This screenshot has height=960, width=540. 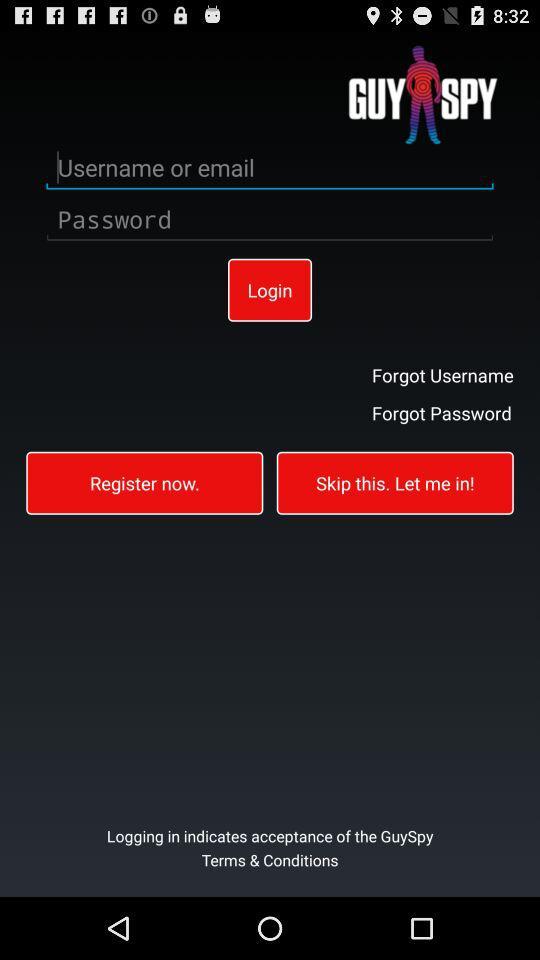 I want to click on the item below login button, so click(x=143, y=481).